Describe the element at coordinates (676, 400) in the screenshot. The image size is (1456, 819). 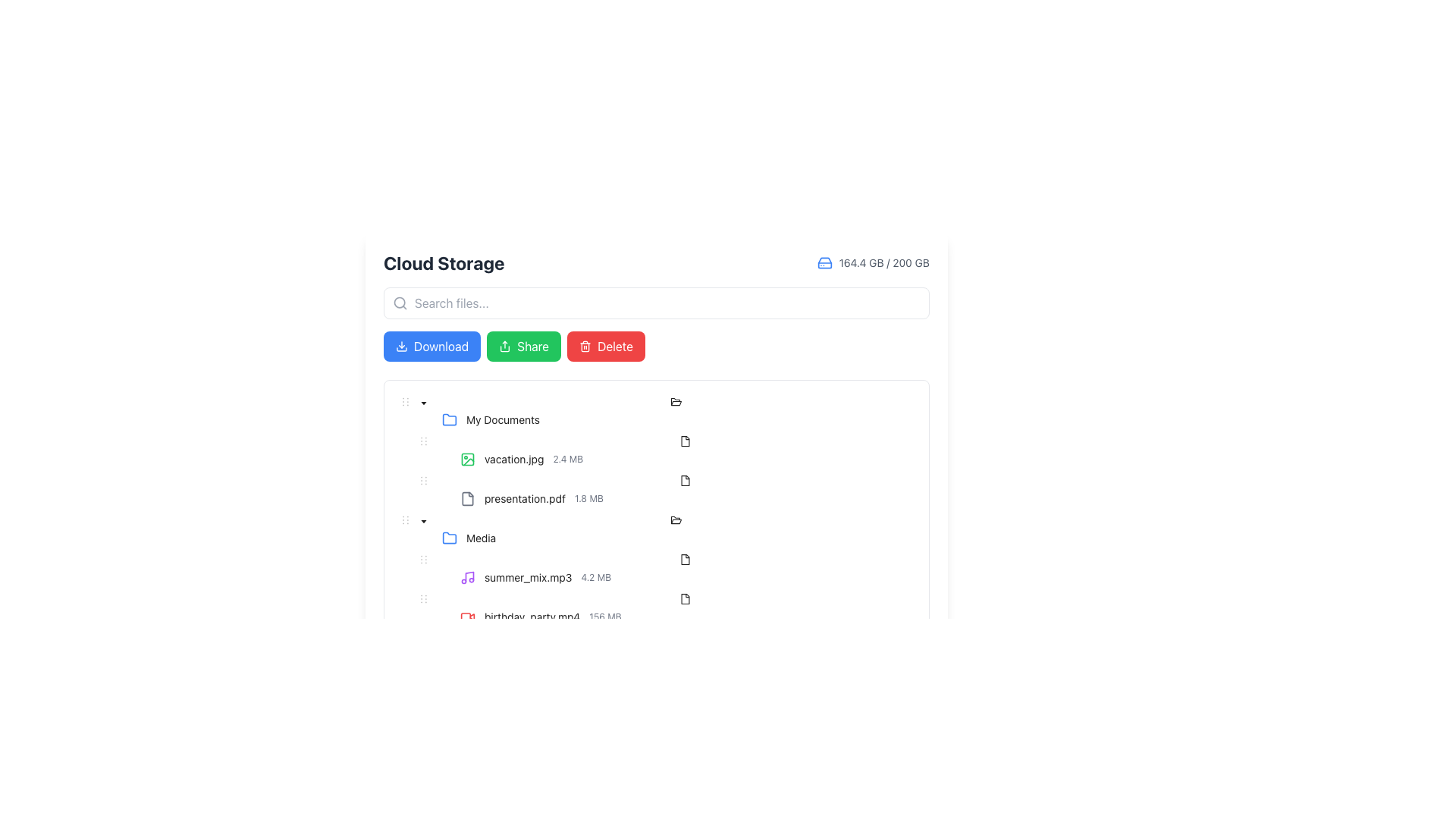
I see `the blue folder icon located to the left of the 'My Documents' text label` at that location.